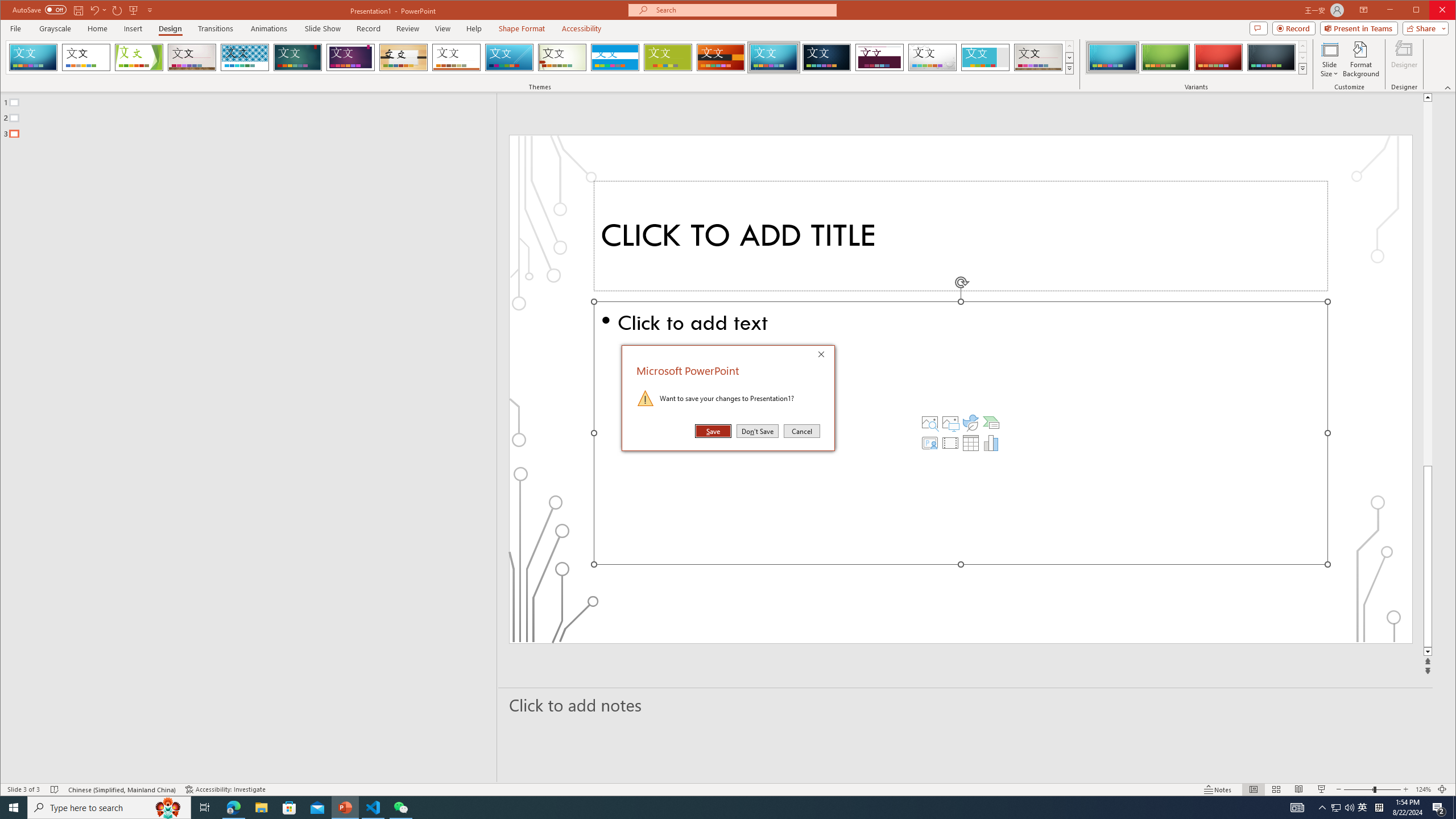  Describe the element at coordinates (522, 28) in the screenshot. I see `'Shape Format'` at that location.